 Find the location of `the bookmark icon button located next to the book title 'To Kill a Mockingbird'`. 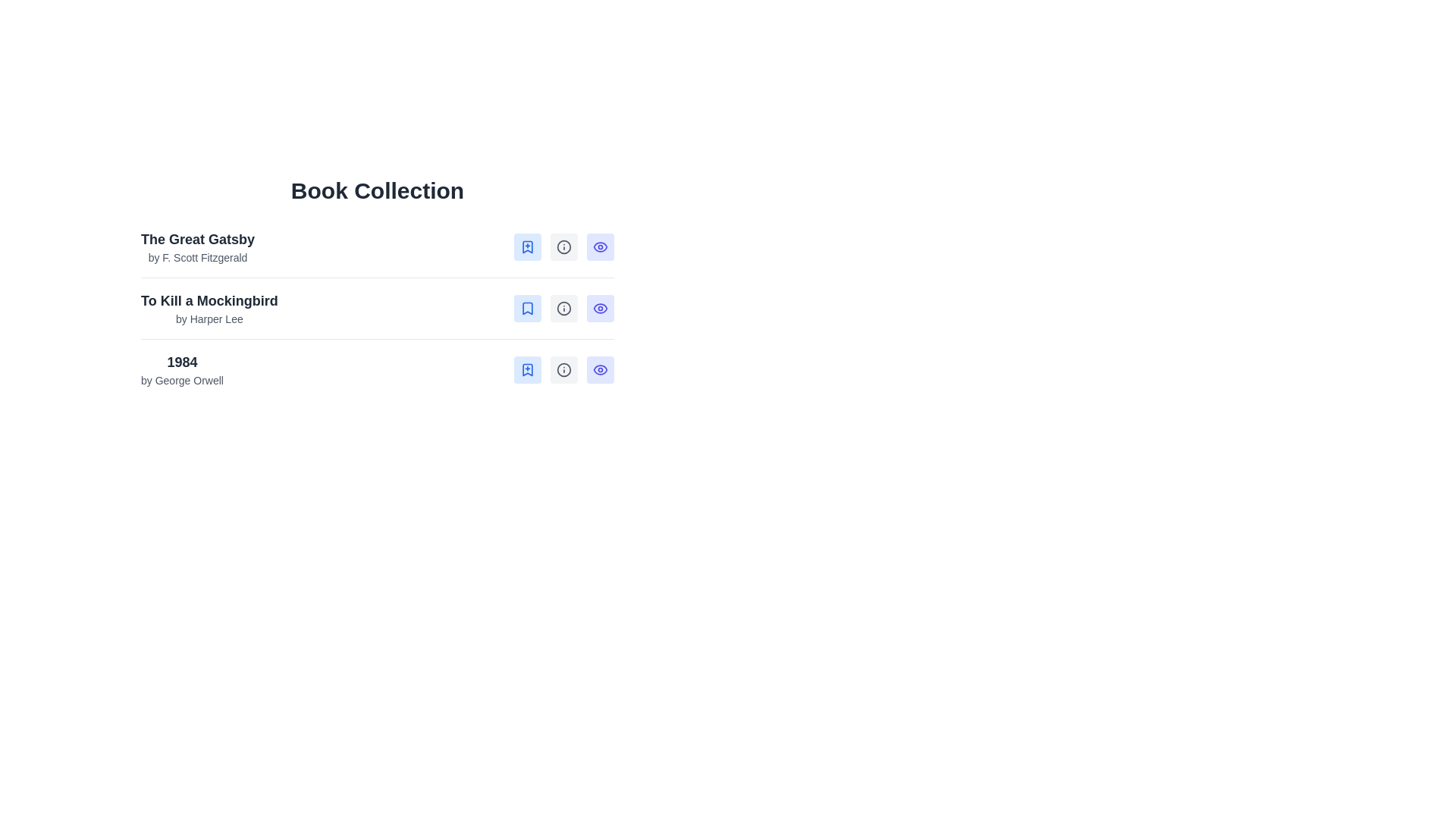

the bookmark icon button located next to the book title 'To Kill a Mockingbird' is located at coordinates (528, 308).